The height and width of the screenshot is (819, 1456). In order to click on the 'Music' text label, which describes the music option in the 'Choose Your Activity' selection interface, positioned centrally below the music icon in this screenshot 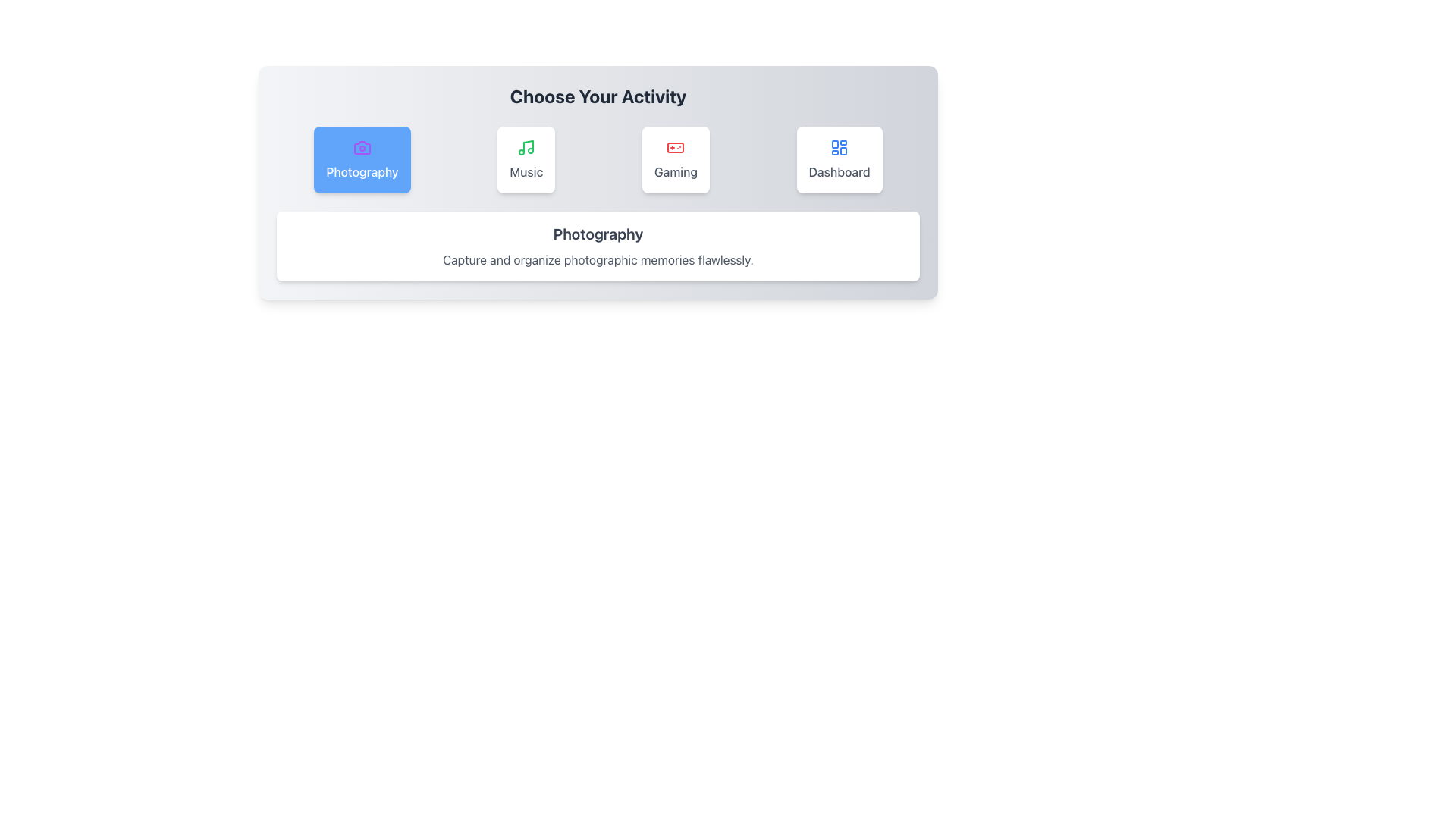, I will do `click(526, 171)`.